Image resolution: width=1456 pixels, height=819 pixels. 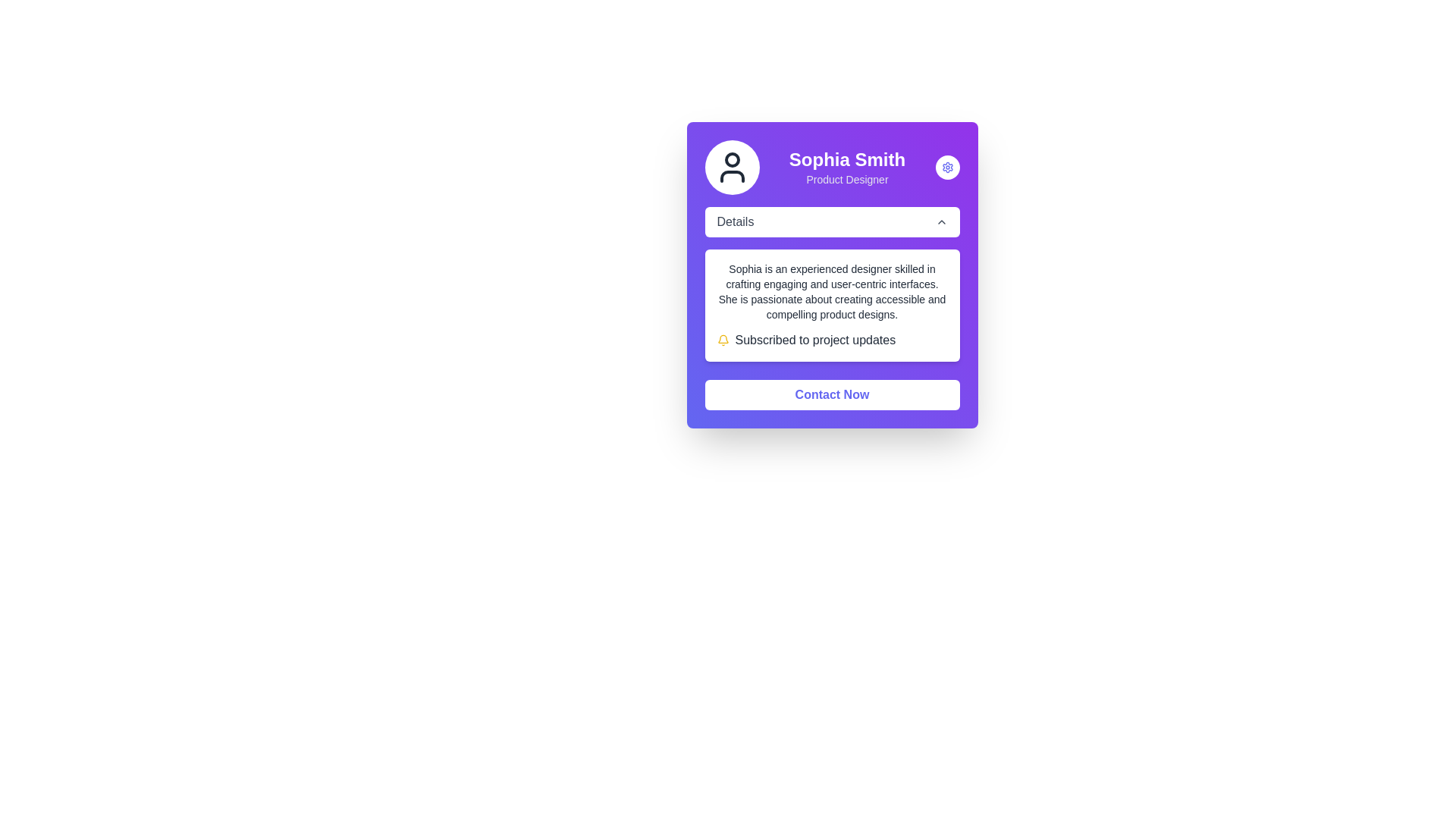 I want to click on the chevron-up icon located on the right side of the 'Details' button, so click(x=940, y=222).